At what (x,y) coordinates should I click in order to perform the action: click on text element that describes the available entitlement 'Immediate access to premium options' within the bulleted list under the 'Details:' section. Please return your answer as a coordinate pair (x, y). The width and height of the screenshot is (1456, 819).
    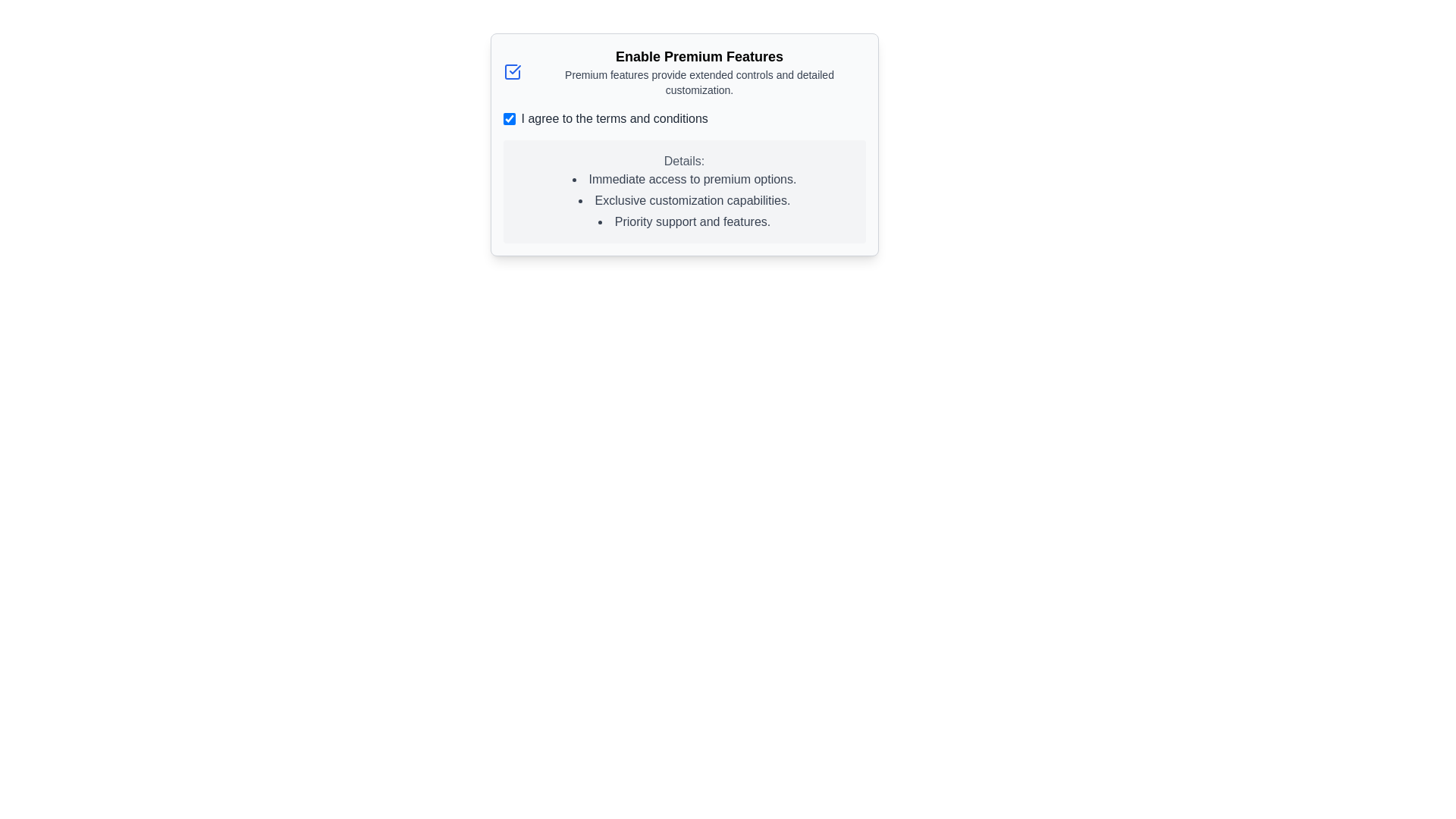
    Looking at the image, I should click on (683, 178).